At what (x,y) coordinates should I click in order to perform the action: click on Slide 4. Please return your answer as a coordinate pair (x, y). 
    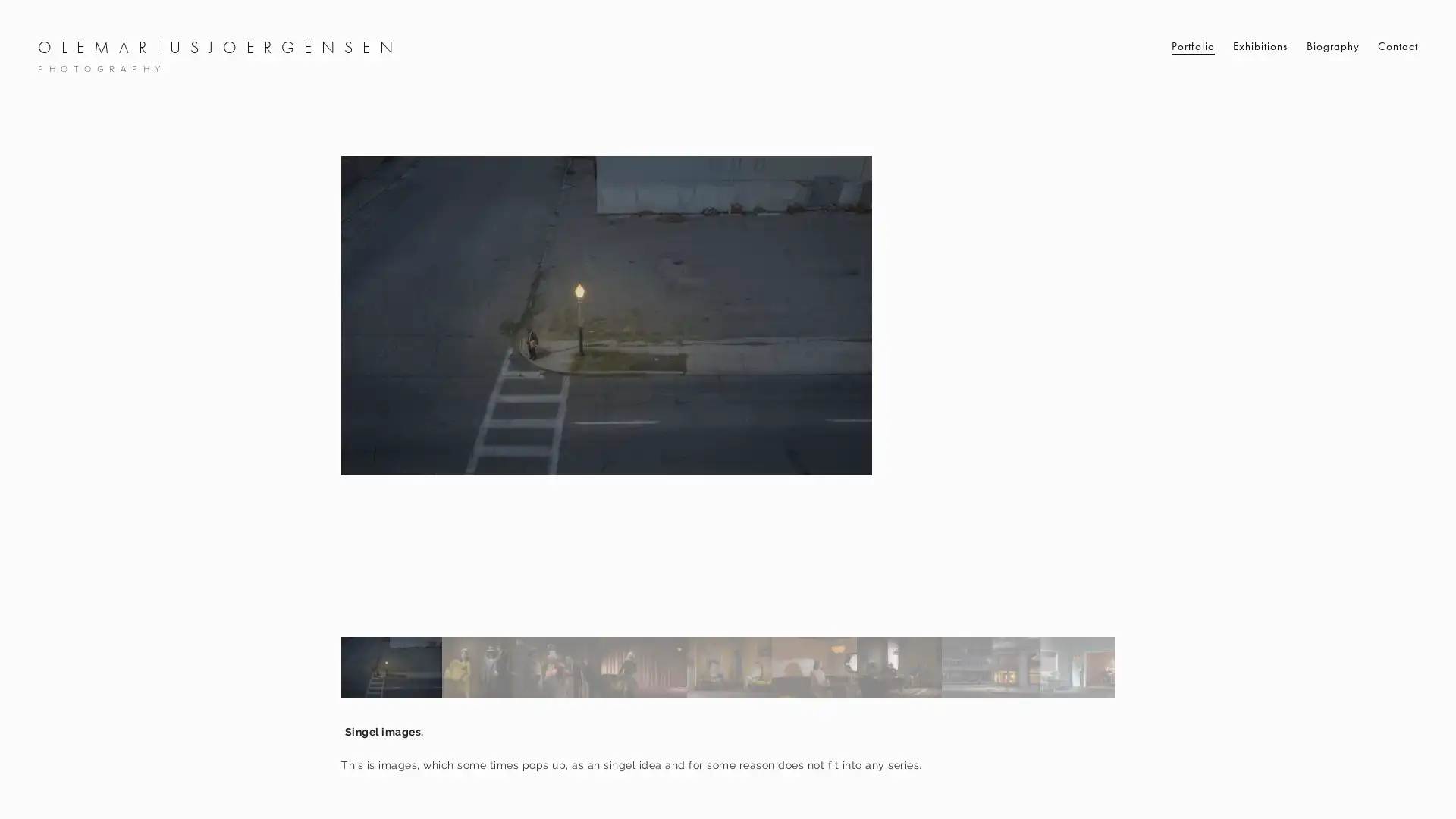
    Looking at the image, I should click on (644, 666).